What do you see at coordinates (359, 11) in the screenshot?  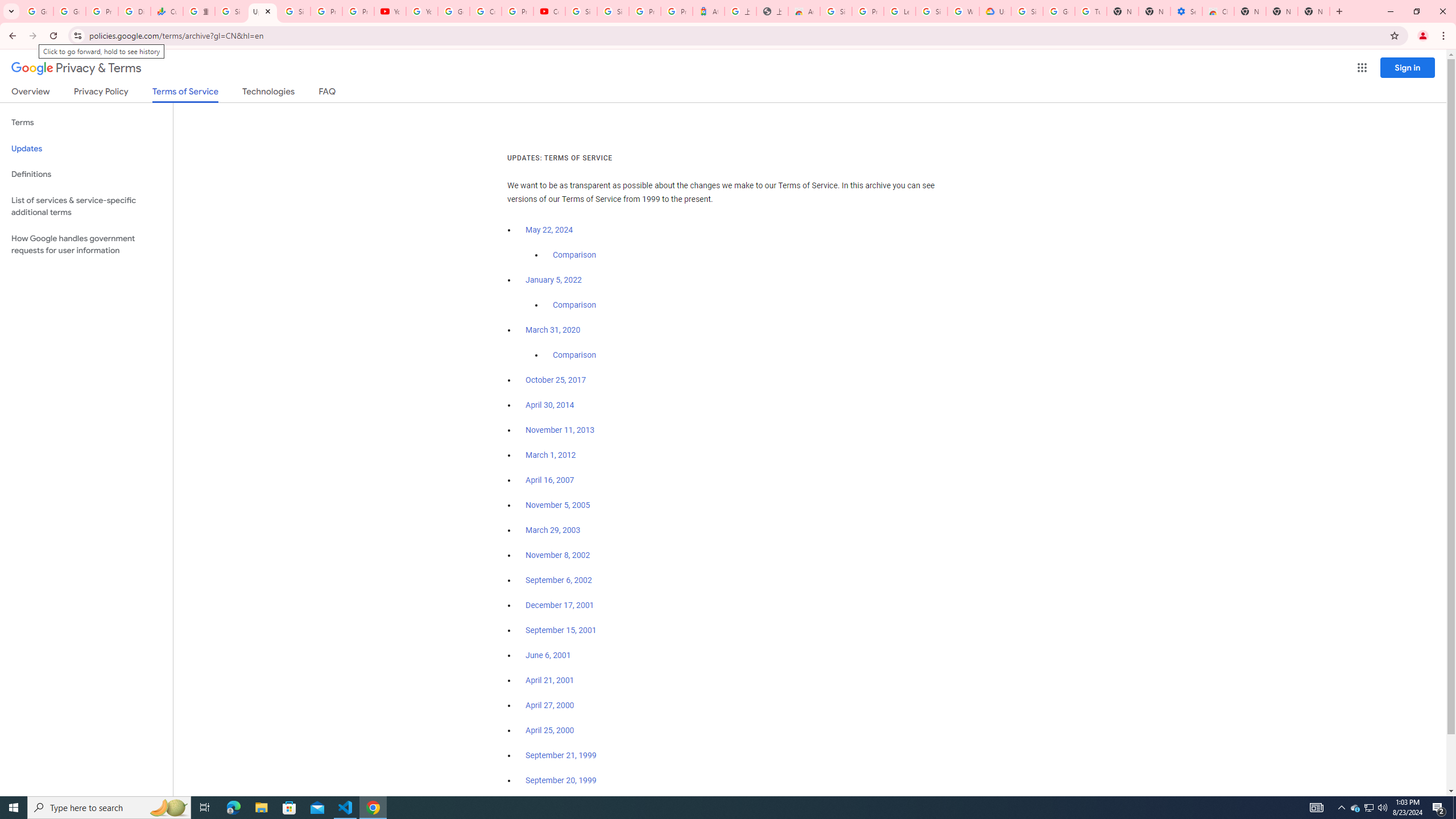 I see `'Privacy Checkup'` at bounding box center [359, 11].